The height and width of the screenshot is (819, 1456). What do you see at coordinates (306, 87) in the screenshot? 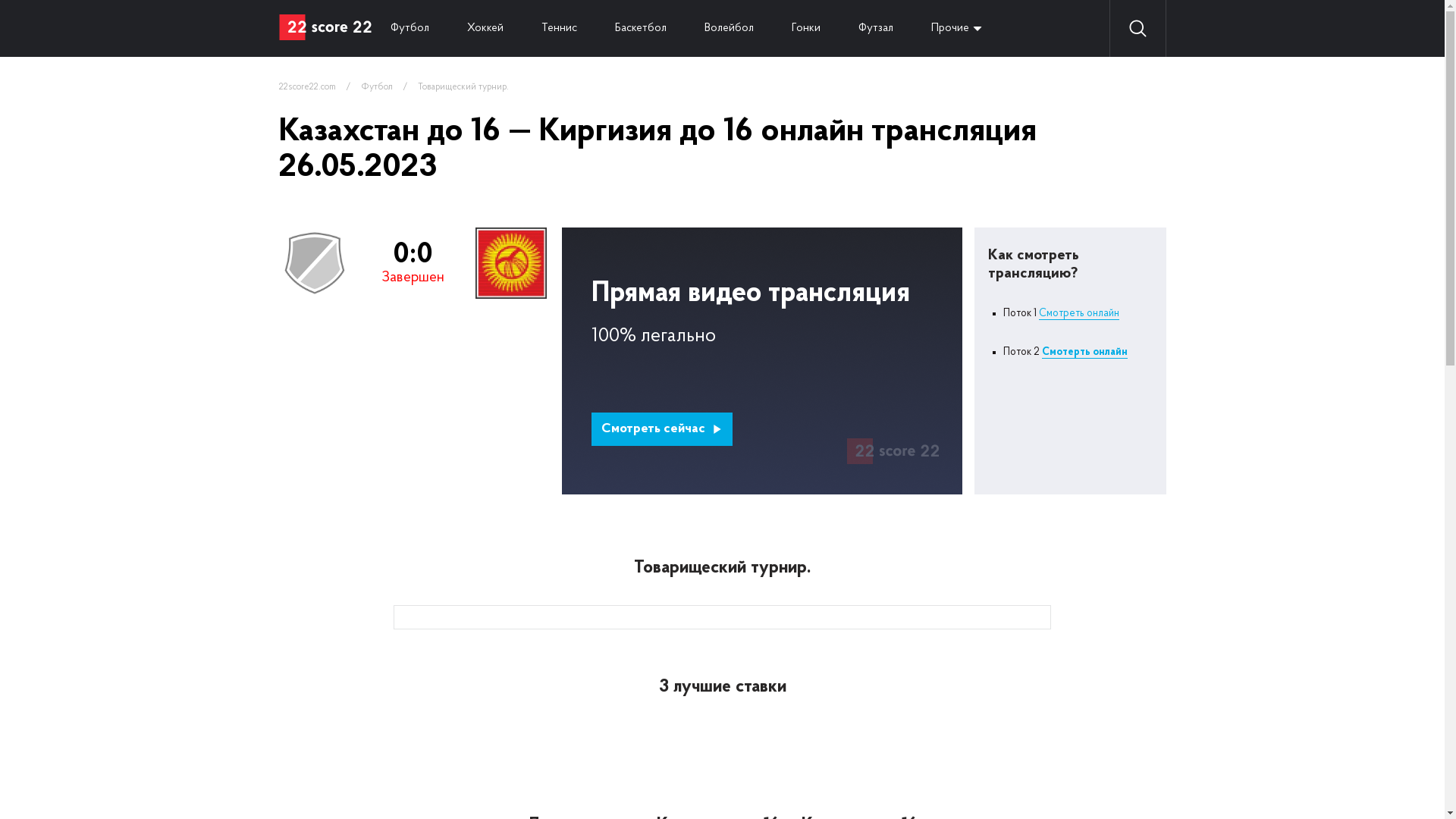
I see `'22score22.com'` at bounding box center [306, 87].